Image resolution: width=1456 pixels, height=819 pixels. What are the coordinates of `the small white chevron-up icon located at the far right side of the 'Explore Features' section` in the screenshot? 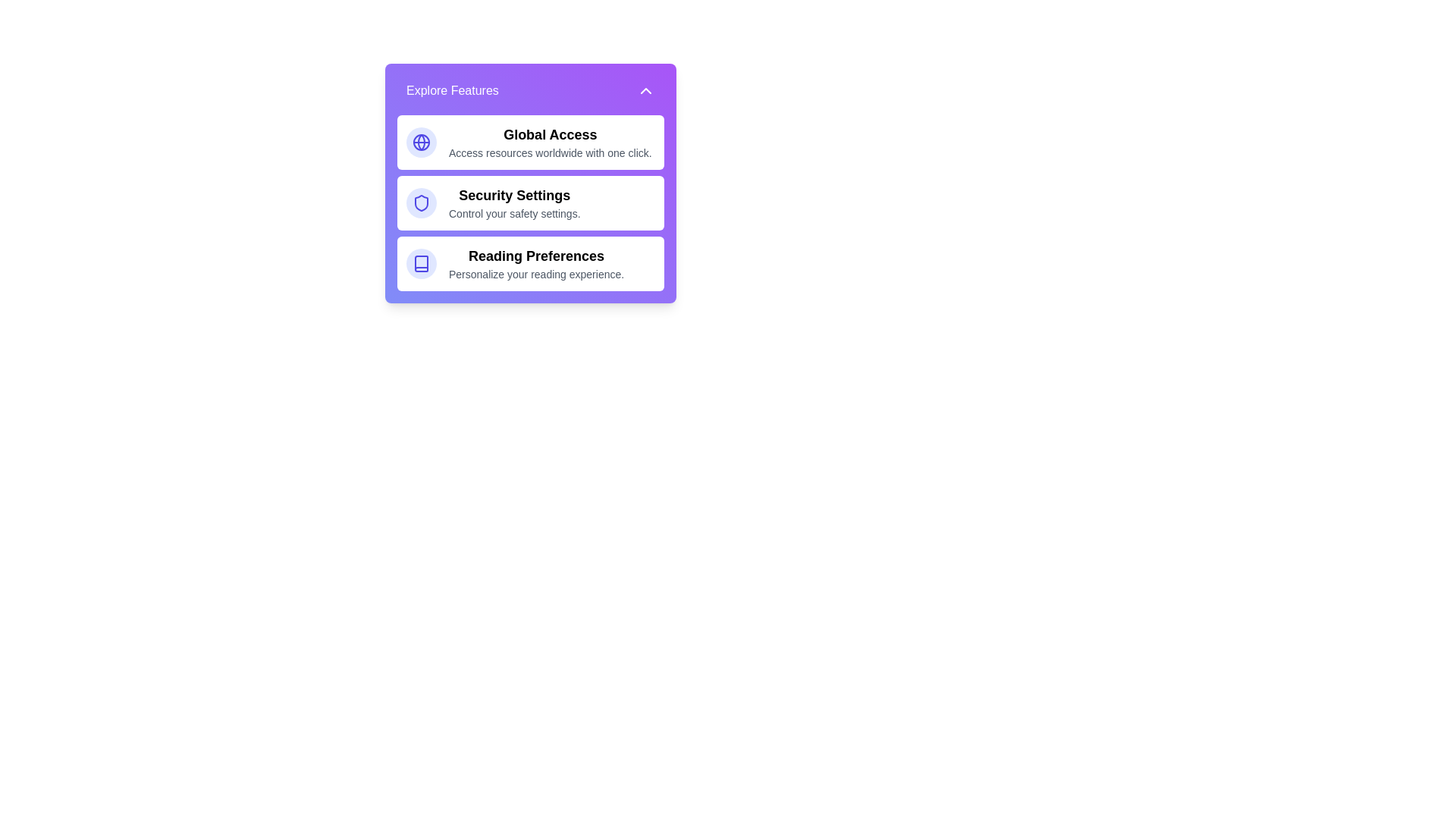 It's located at (645, 90).